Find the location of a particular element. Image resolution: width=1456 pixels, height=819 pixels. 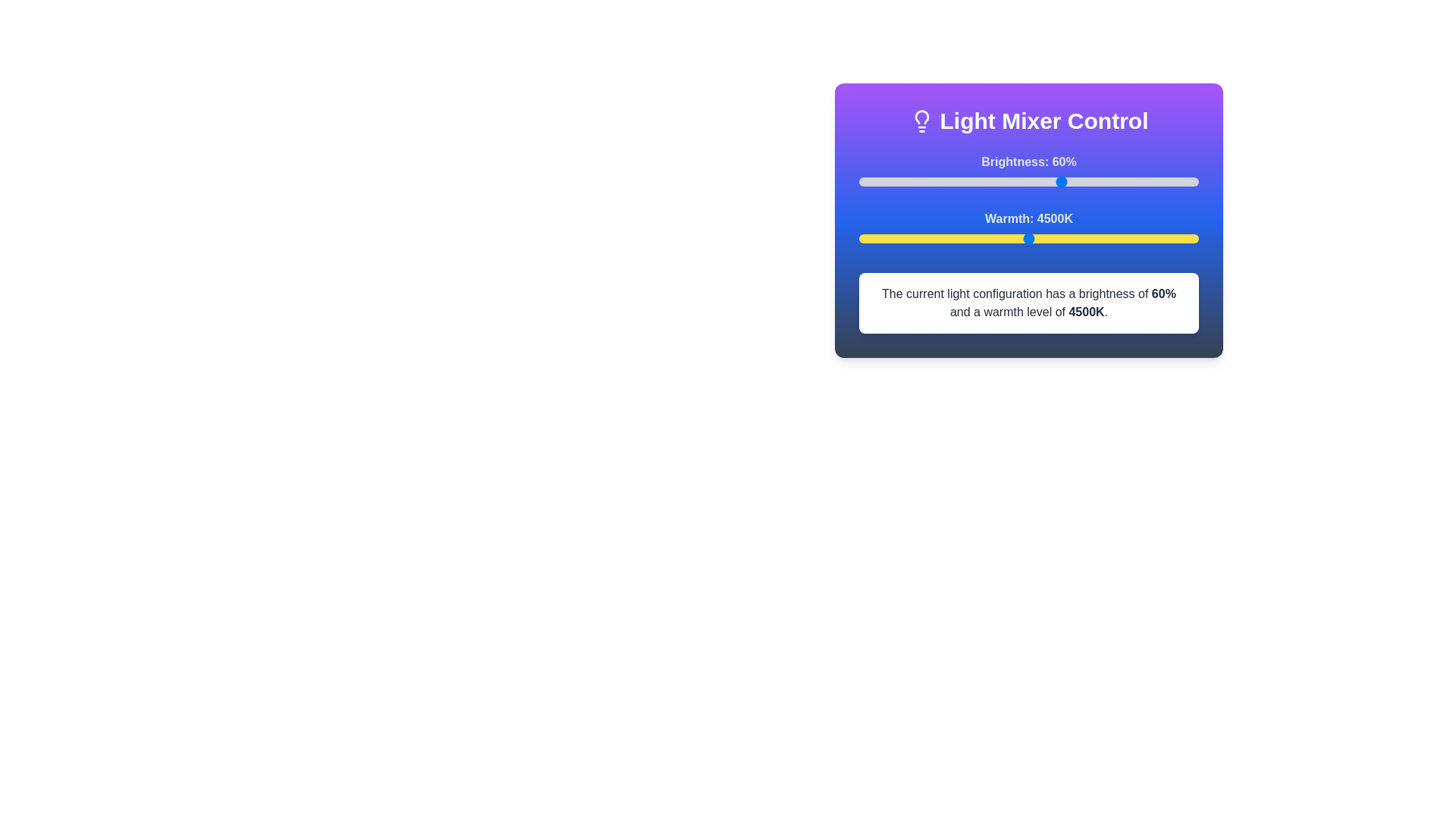

the warmth slider to set the warmth level to 3219 K is located at coordinates (941, 239).